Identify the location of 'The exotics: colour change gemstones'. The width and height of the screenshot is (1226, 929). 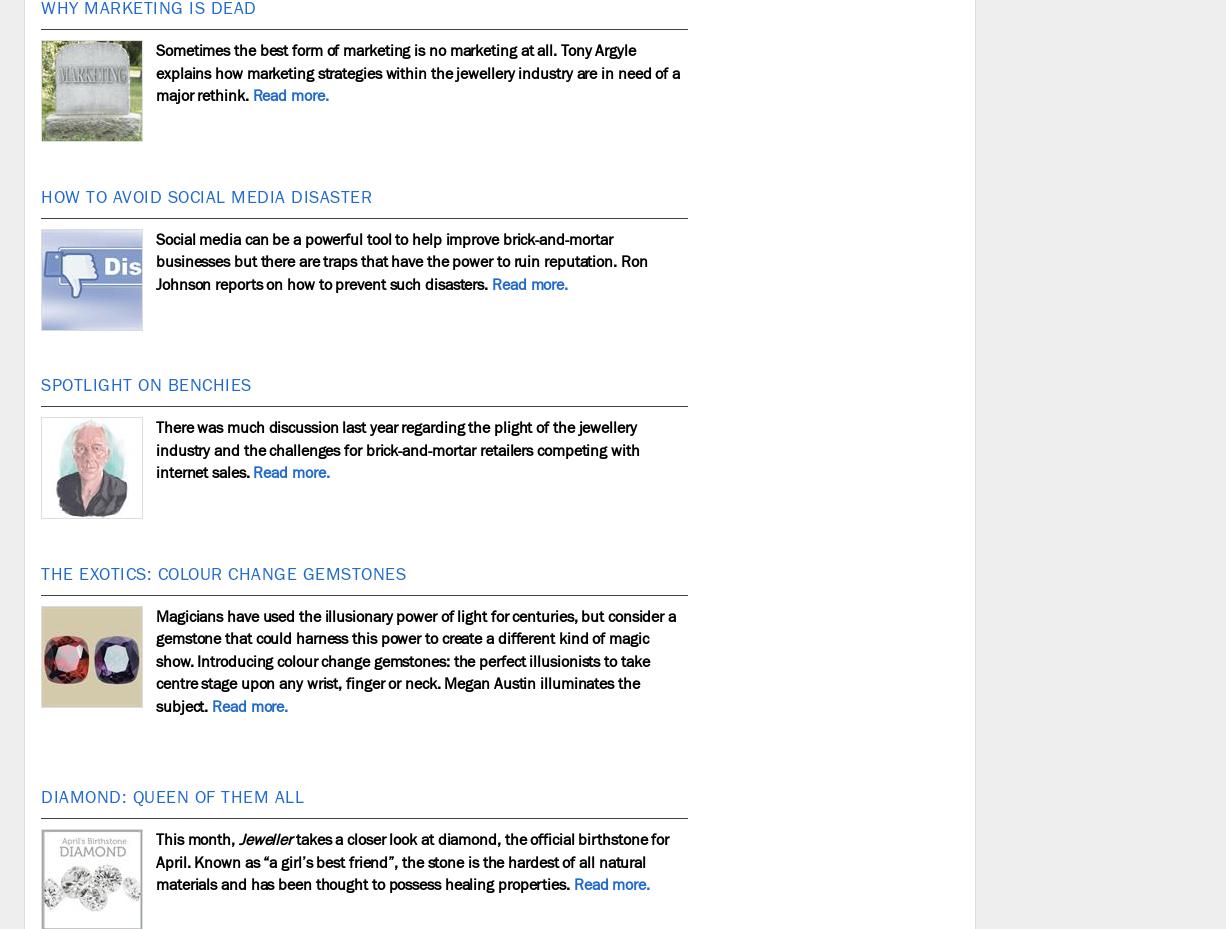
(223, 572).